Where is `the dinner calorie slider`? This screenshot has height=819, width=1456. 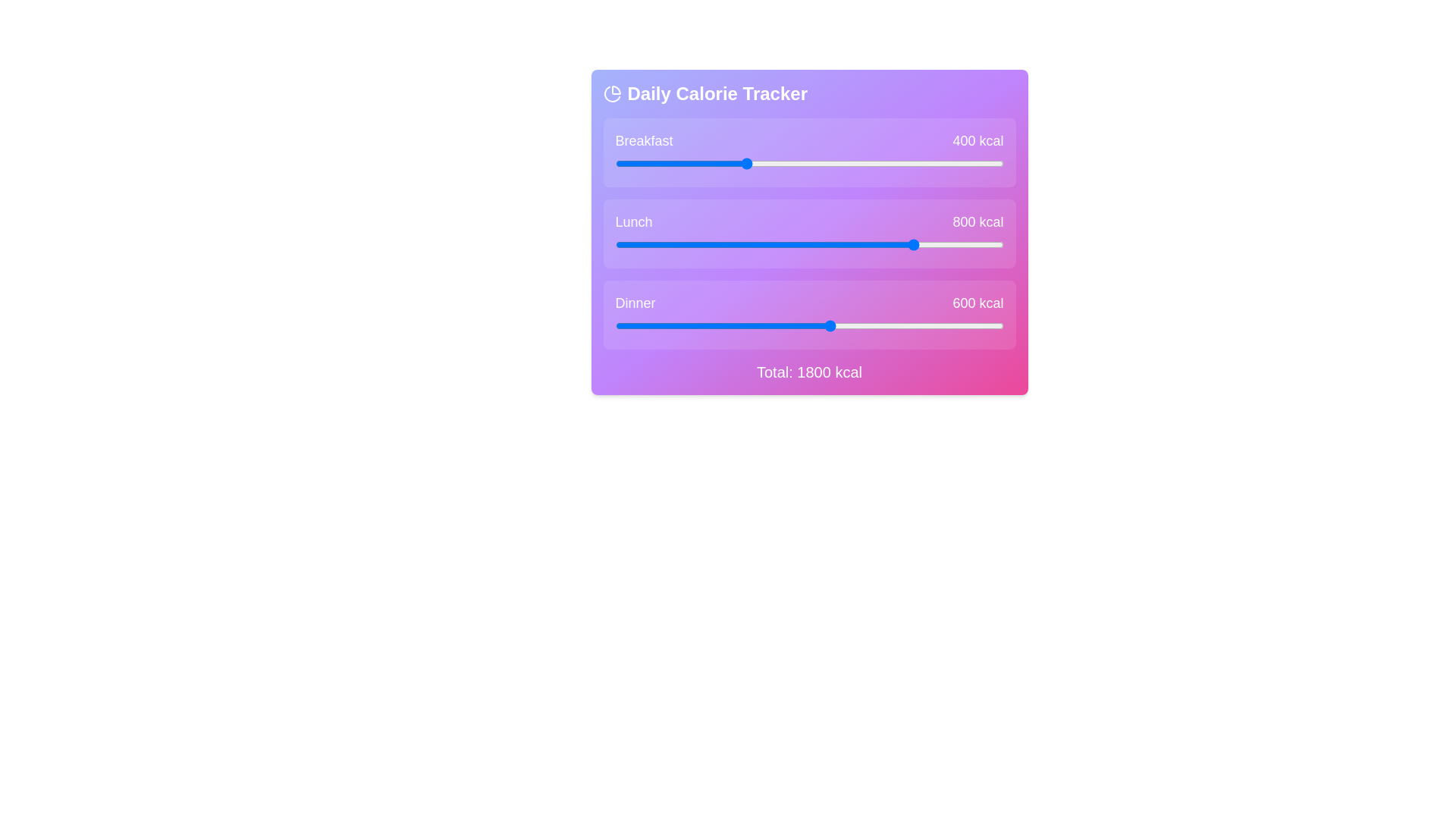 the dinner calorie slider is located at coordinates (821, 325).